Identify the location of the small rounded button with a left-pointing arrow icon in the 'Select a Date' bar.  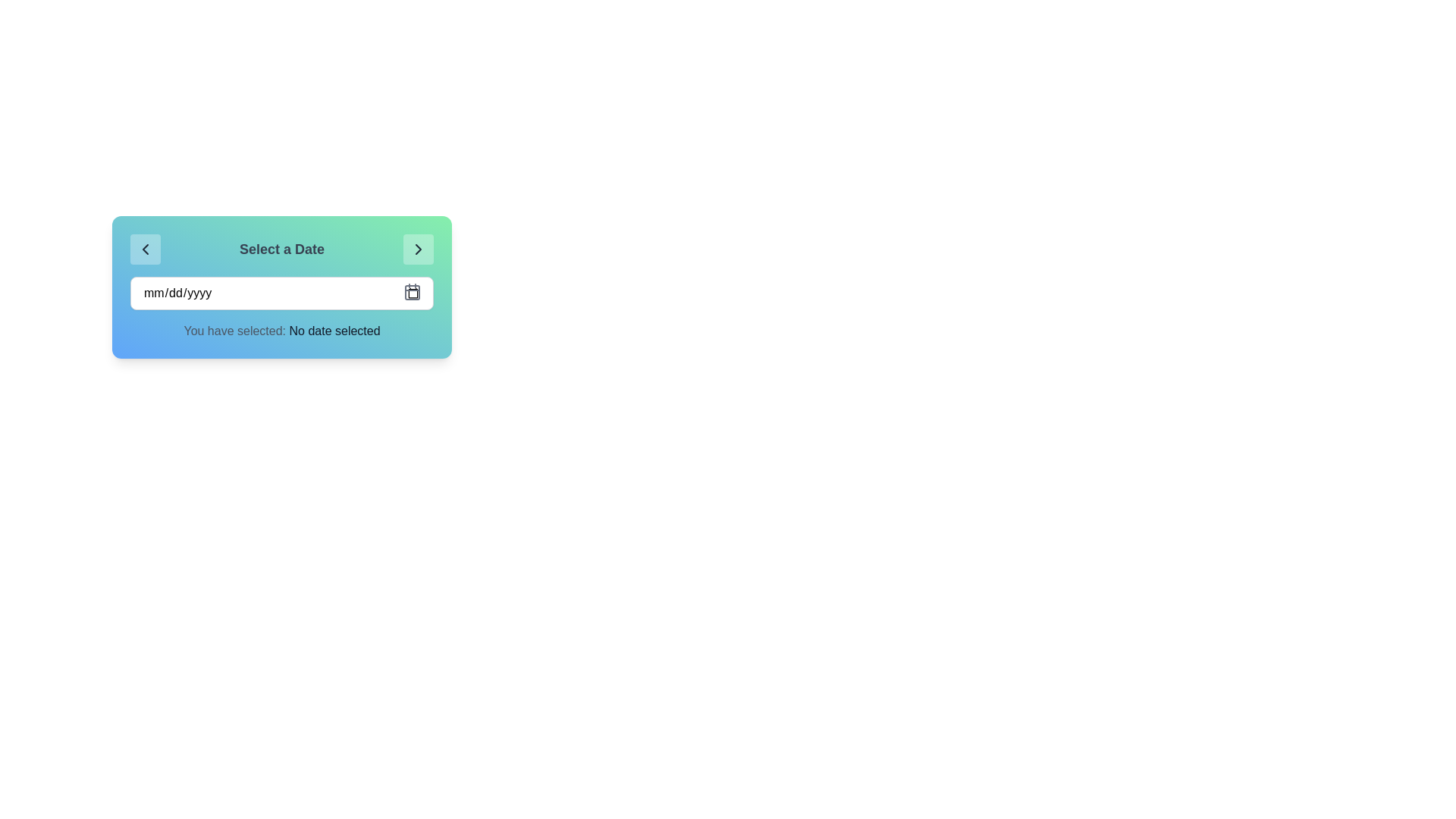
(146, 248).